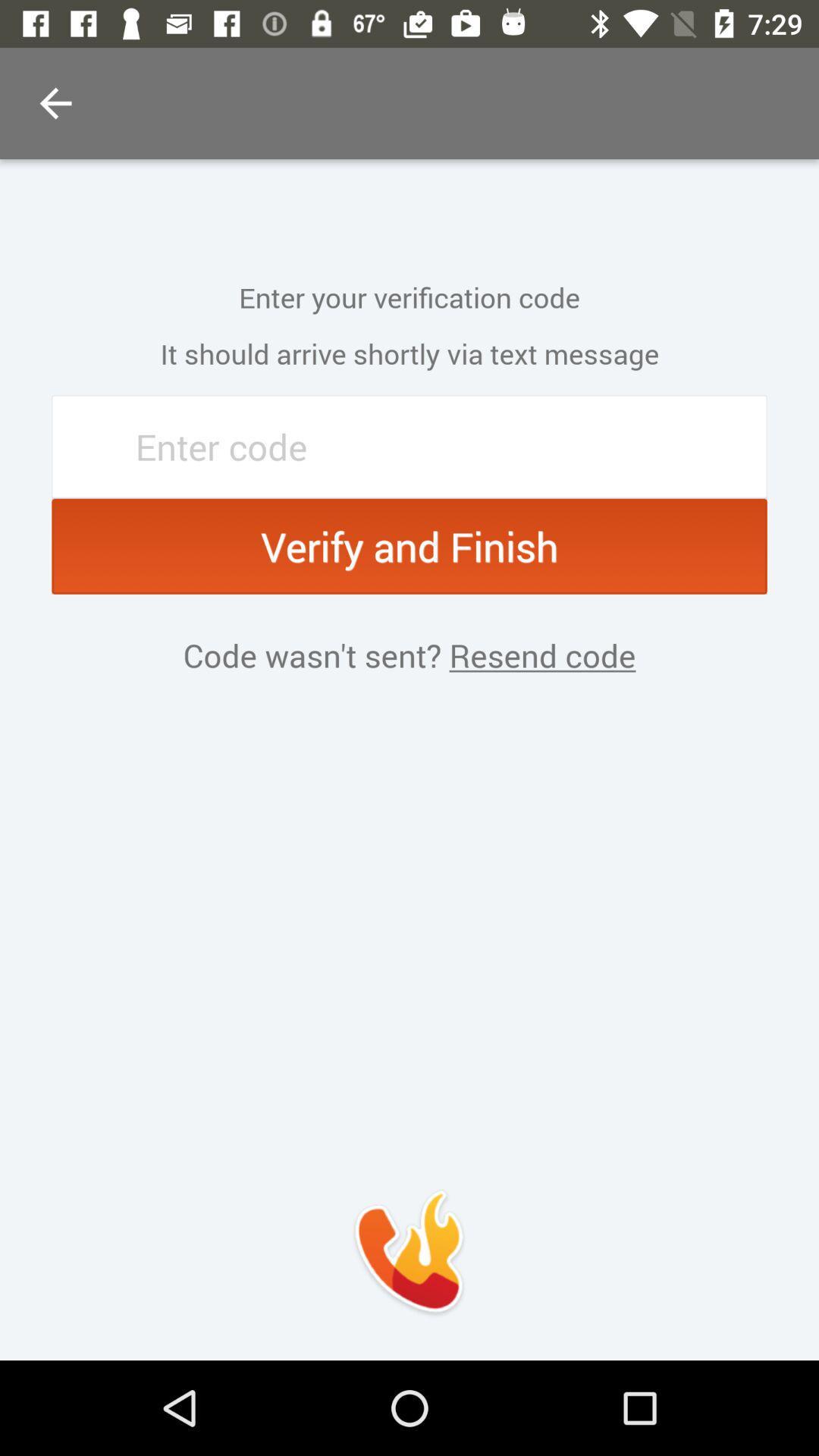 Image resolution: width=819 pixels, height=1456 pixels. Describe the element at coordinates (538, 655) in the screenshot. I see `item below verify and finish` at that location.